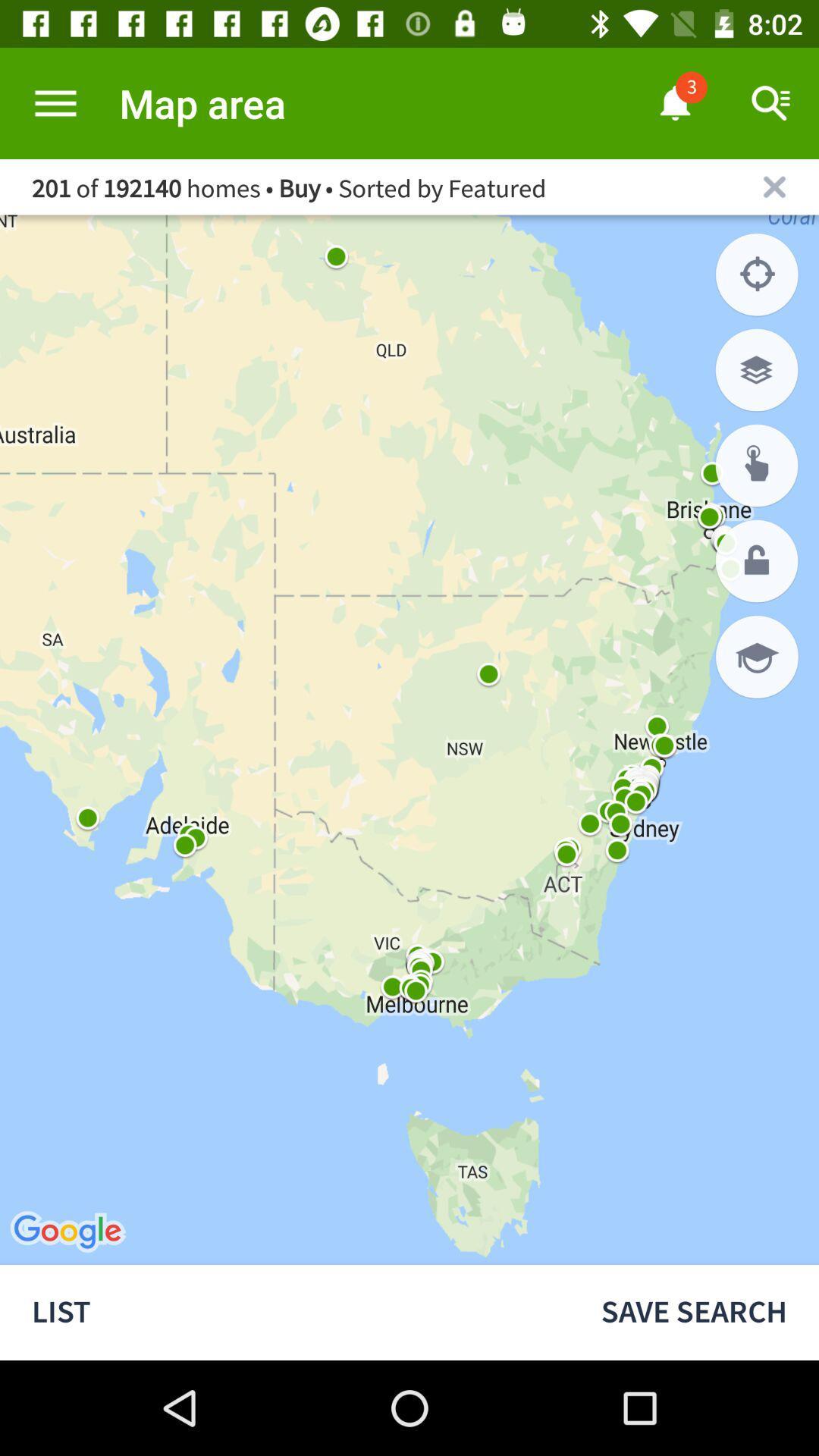  What do you see at coordinates (55, 102) in the screenshot?
I see `the icon next to map area icon` at bounding box center [55, 102].